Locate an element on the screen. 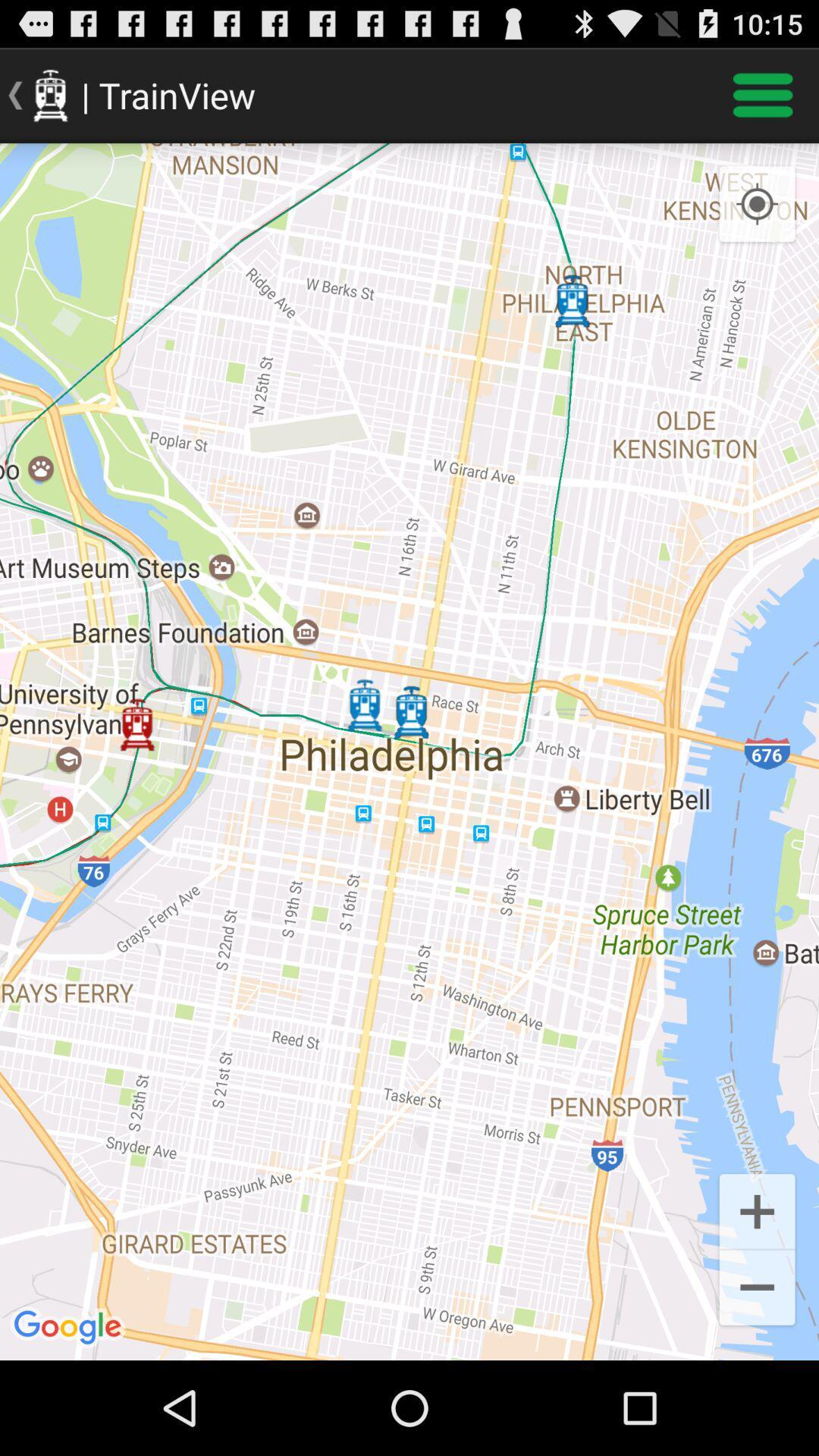 Image resolution: width=819 pixels, height=1456 pixels. the add icon is located at coordinates (757, 1294).